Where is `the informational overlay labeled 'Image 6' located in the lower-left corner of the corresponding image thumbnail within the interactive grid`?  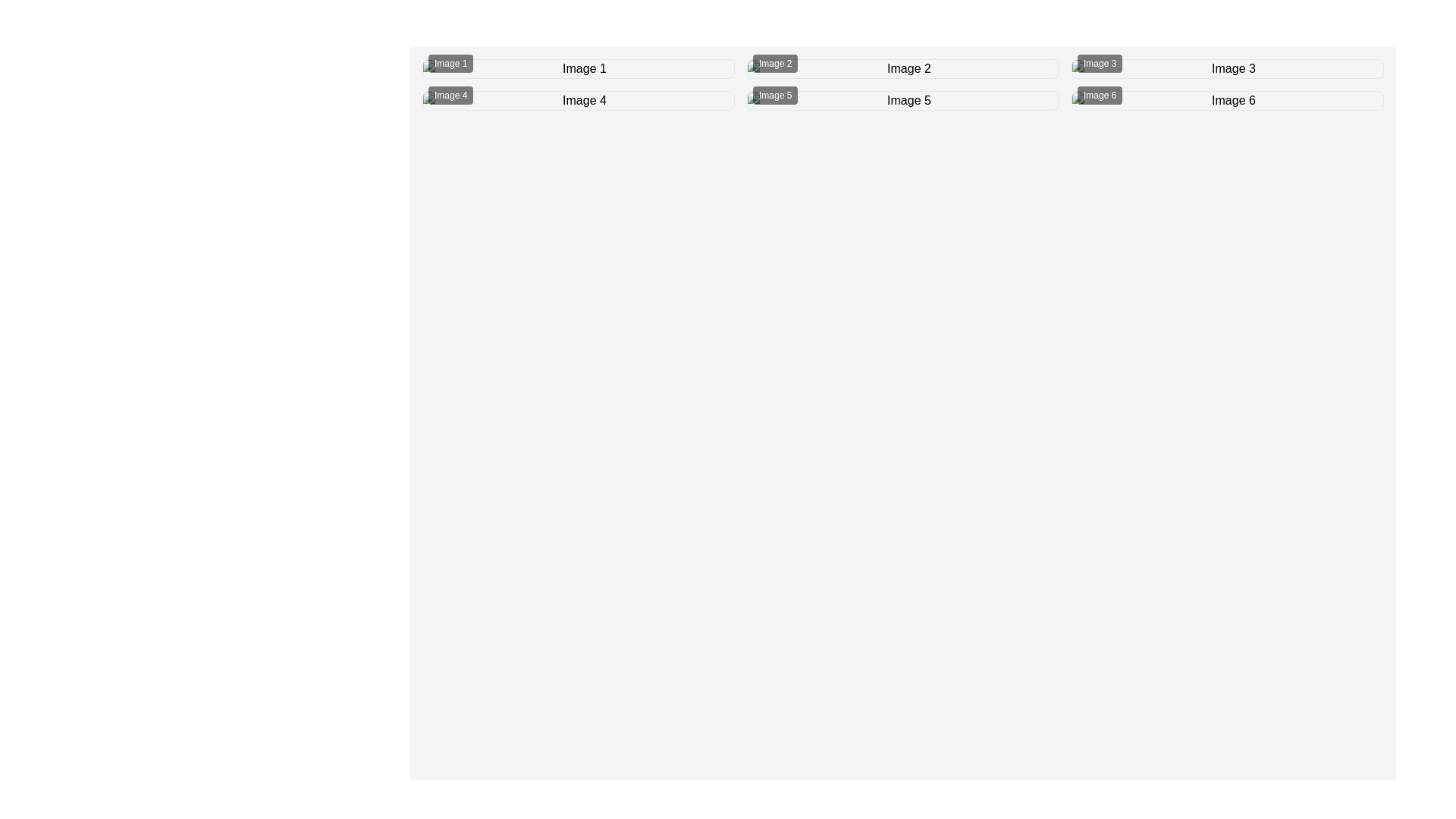
the informational overlay labeled 'Image 6' located in the lower-left corner of the corresponding image thumbnail within the interactive grid is located at coordinates (1100, 96).